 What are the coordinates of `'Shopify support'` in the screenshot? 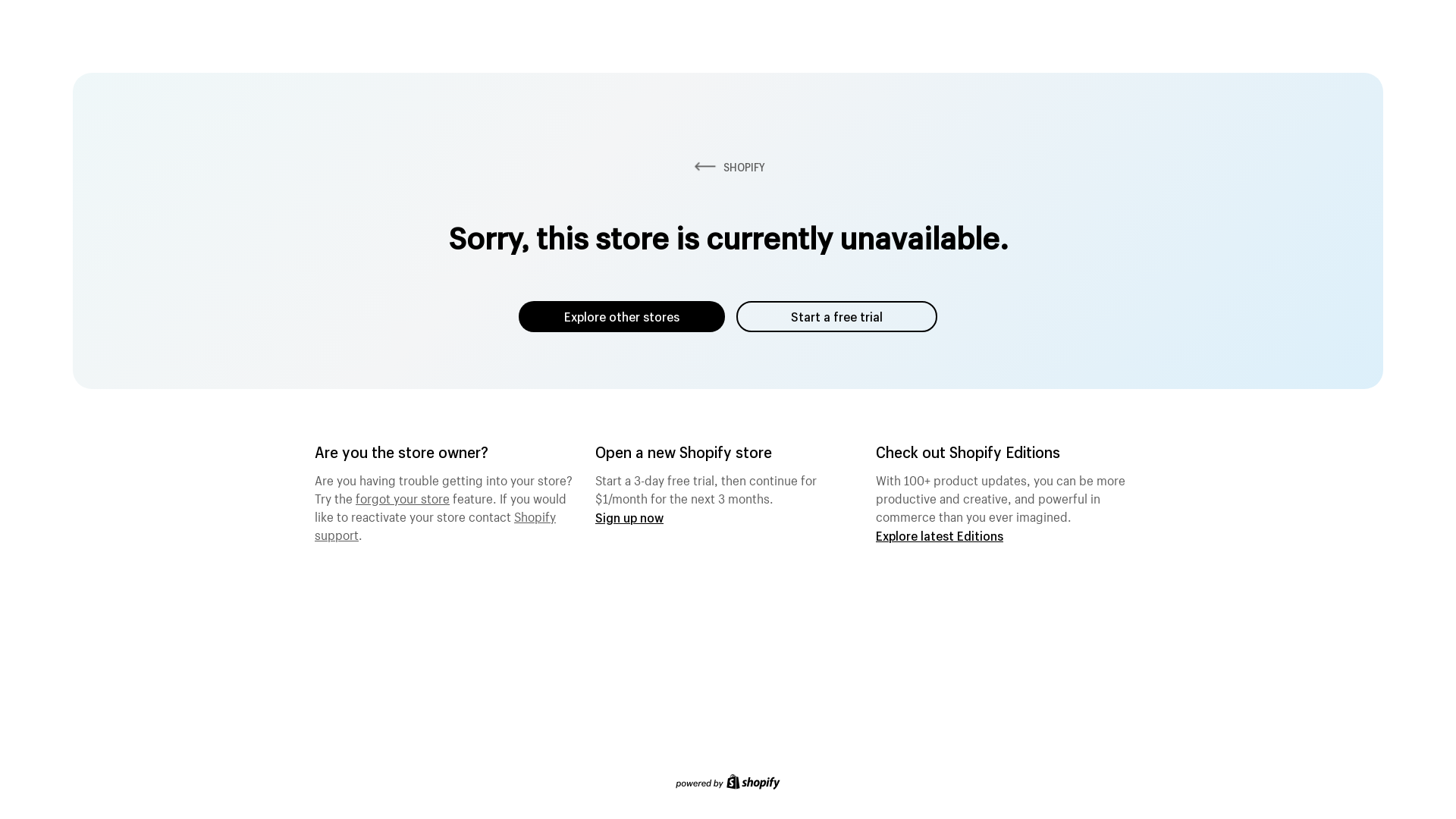 It's located at (435, 522).